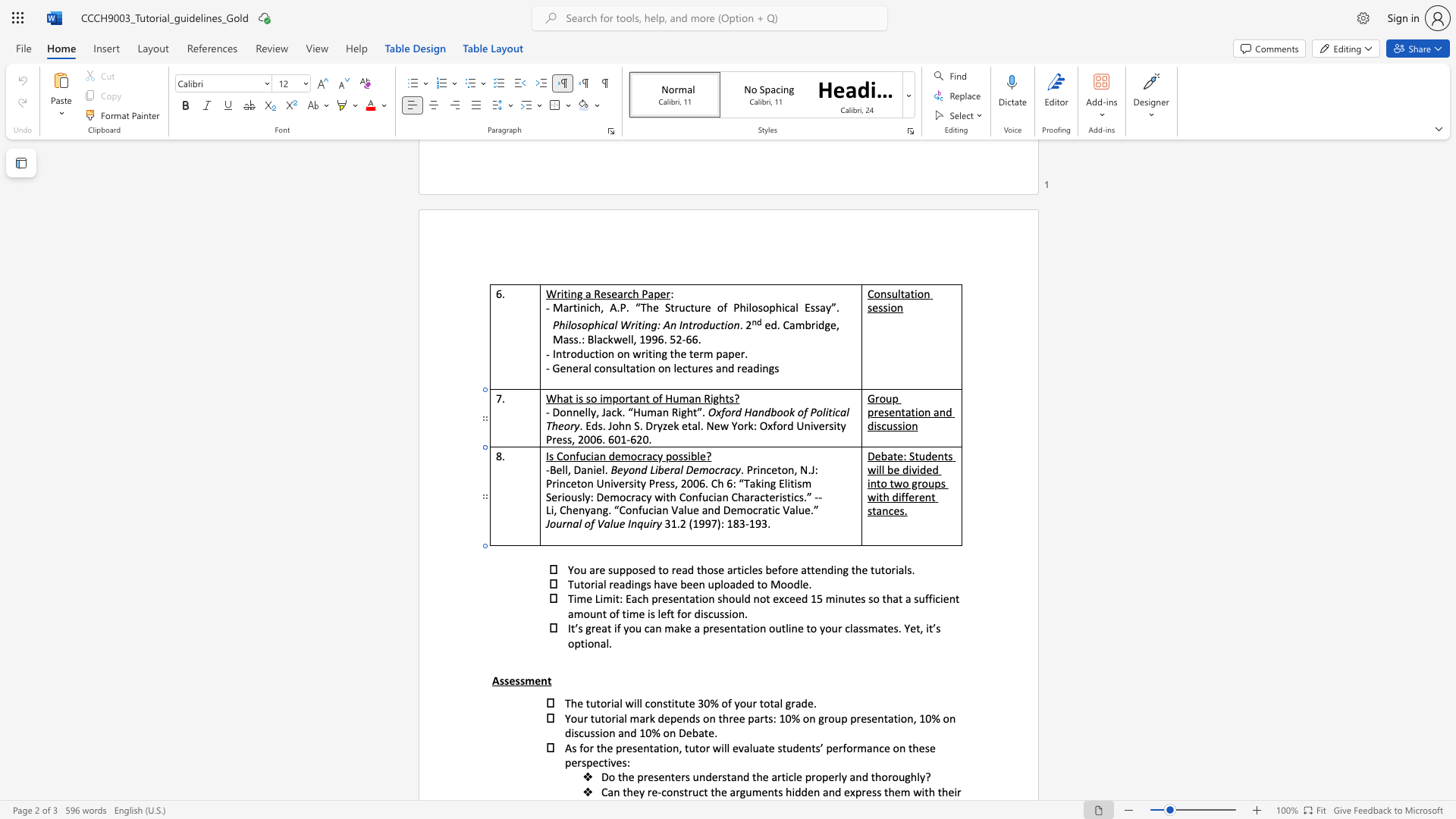  Describe the element at coordinates (667, 497) in the screenshot. I see `the 1th character "t" in the text` at that location.